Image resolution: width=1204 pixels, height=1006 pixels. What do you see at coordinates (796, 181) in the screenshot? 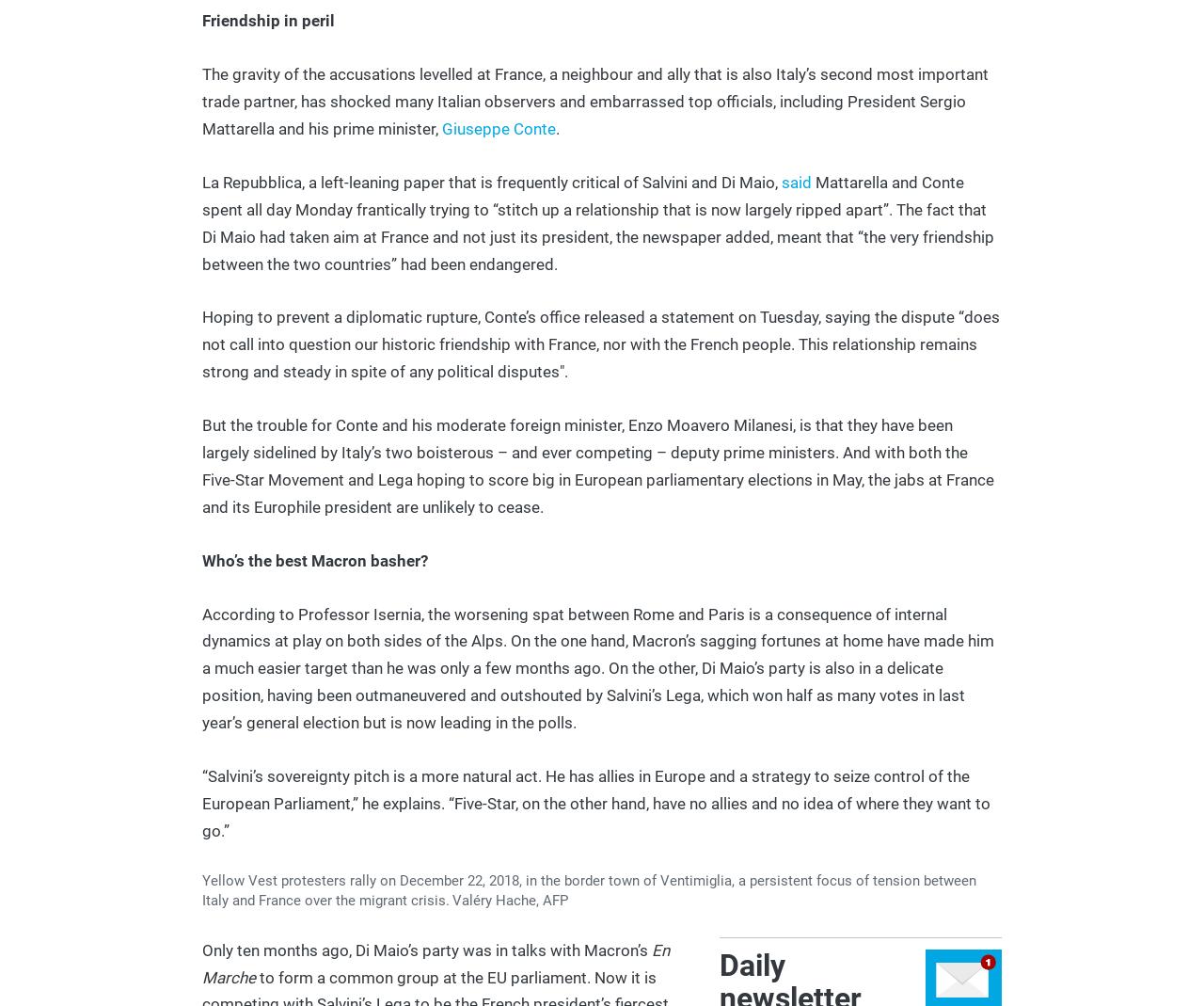
I see `'said'` at bounding box center [796, 181].